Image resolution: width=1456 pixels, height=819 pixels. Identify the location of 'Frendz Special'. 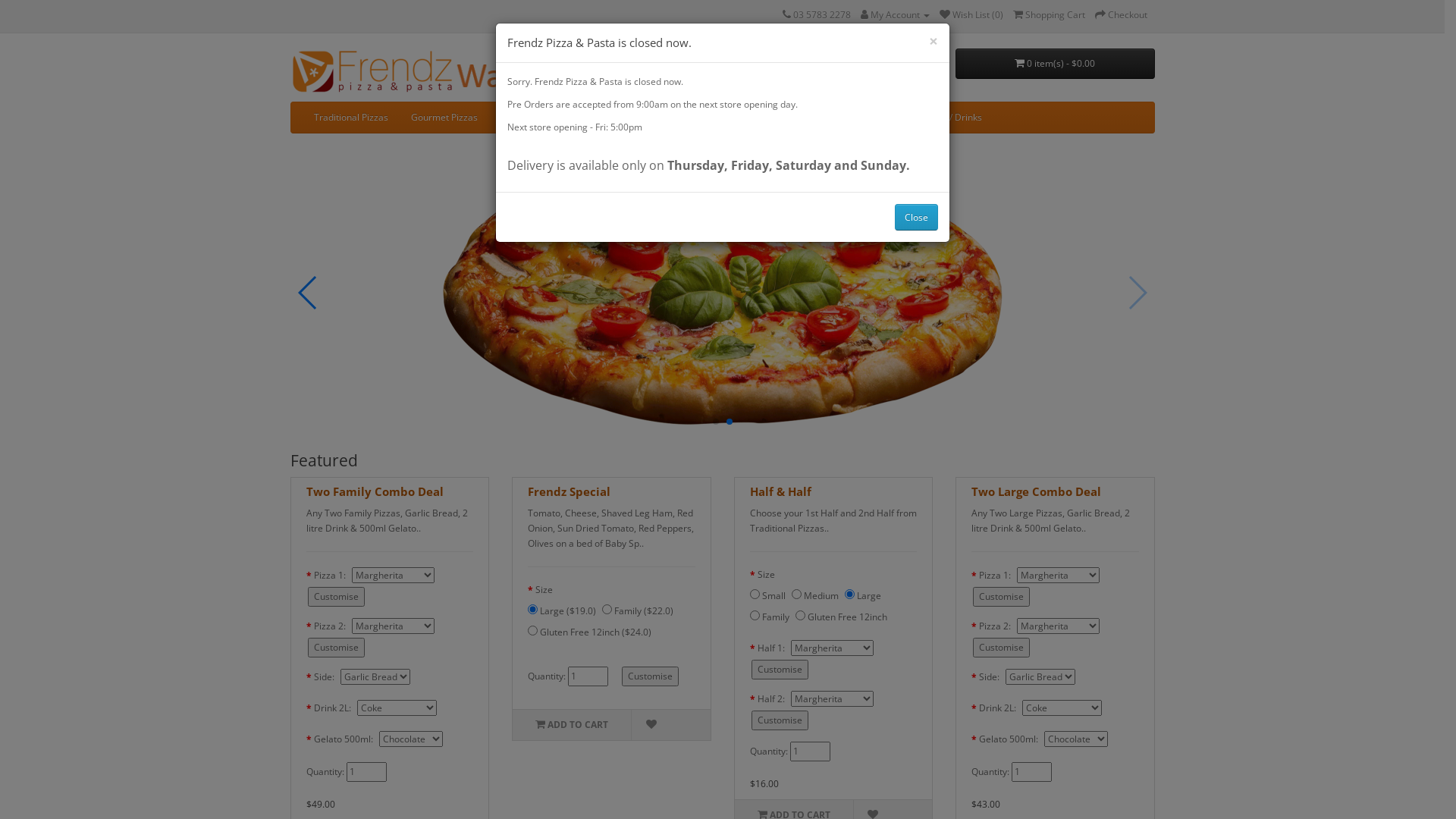
(568, 491).